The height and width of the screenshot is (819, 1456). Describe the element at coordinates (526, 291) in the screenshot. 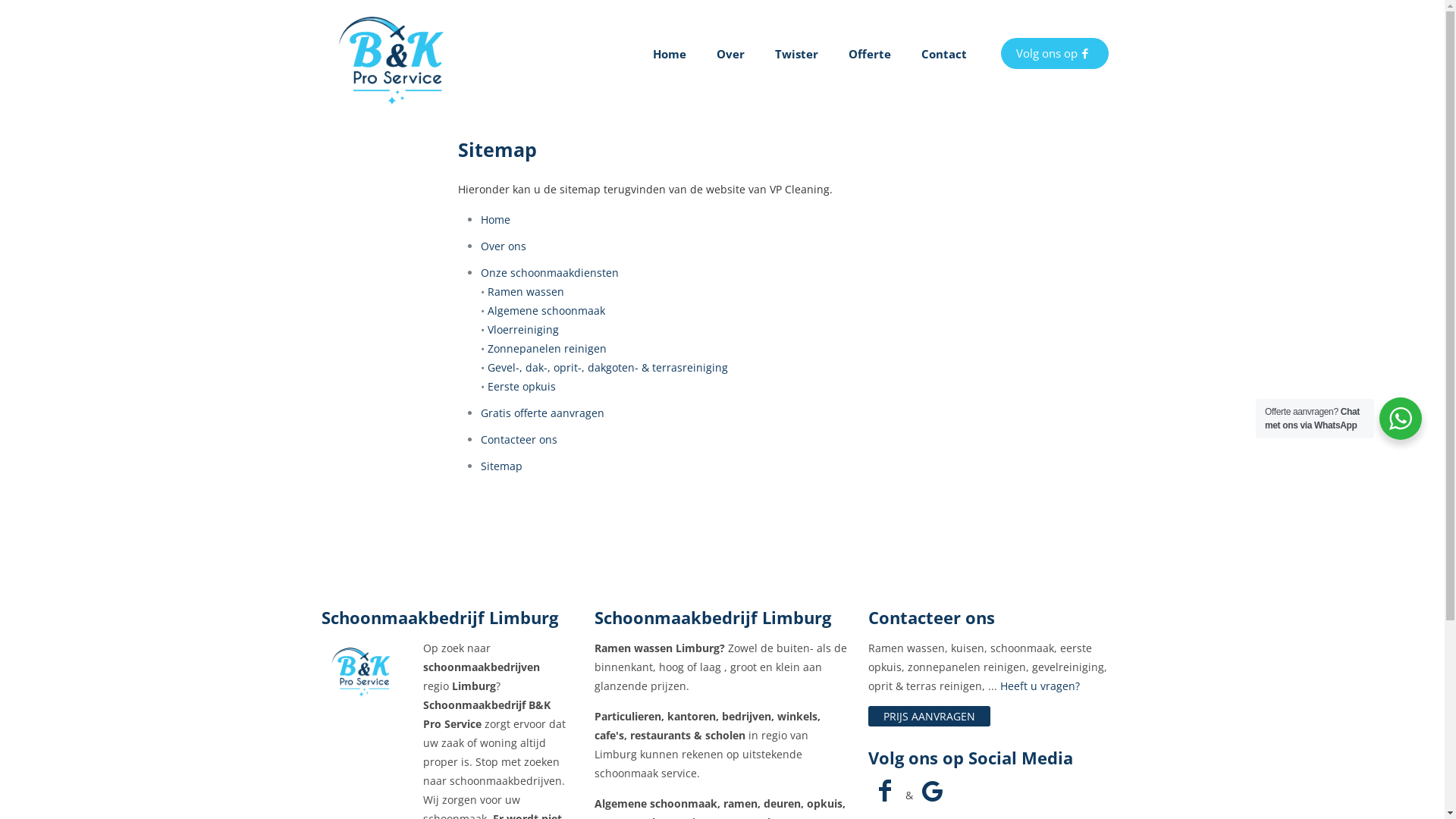

I see `'Ramen wassen'` at that location.